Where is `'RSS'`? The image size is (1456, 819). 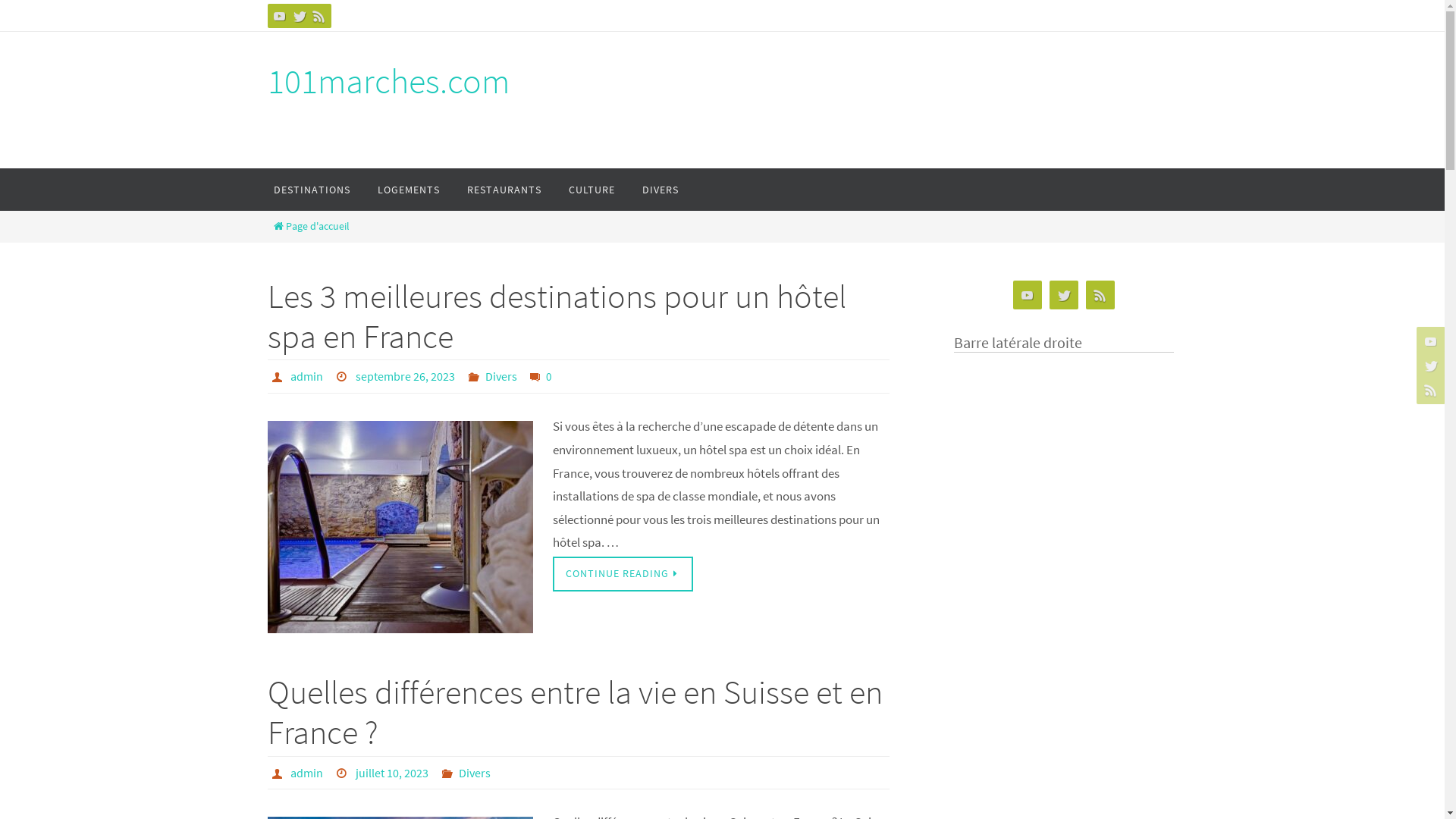
'RSS' is located at coordinates (305, 15).